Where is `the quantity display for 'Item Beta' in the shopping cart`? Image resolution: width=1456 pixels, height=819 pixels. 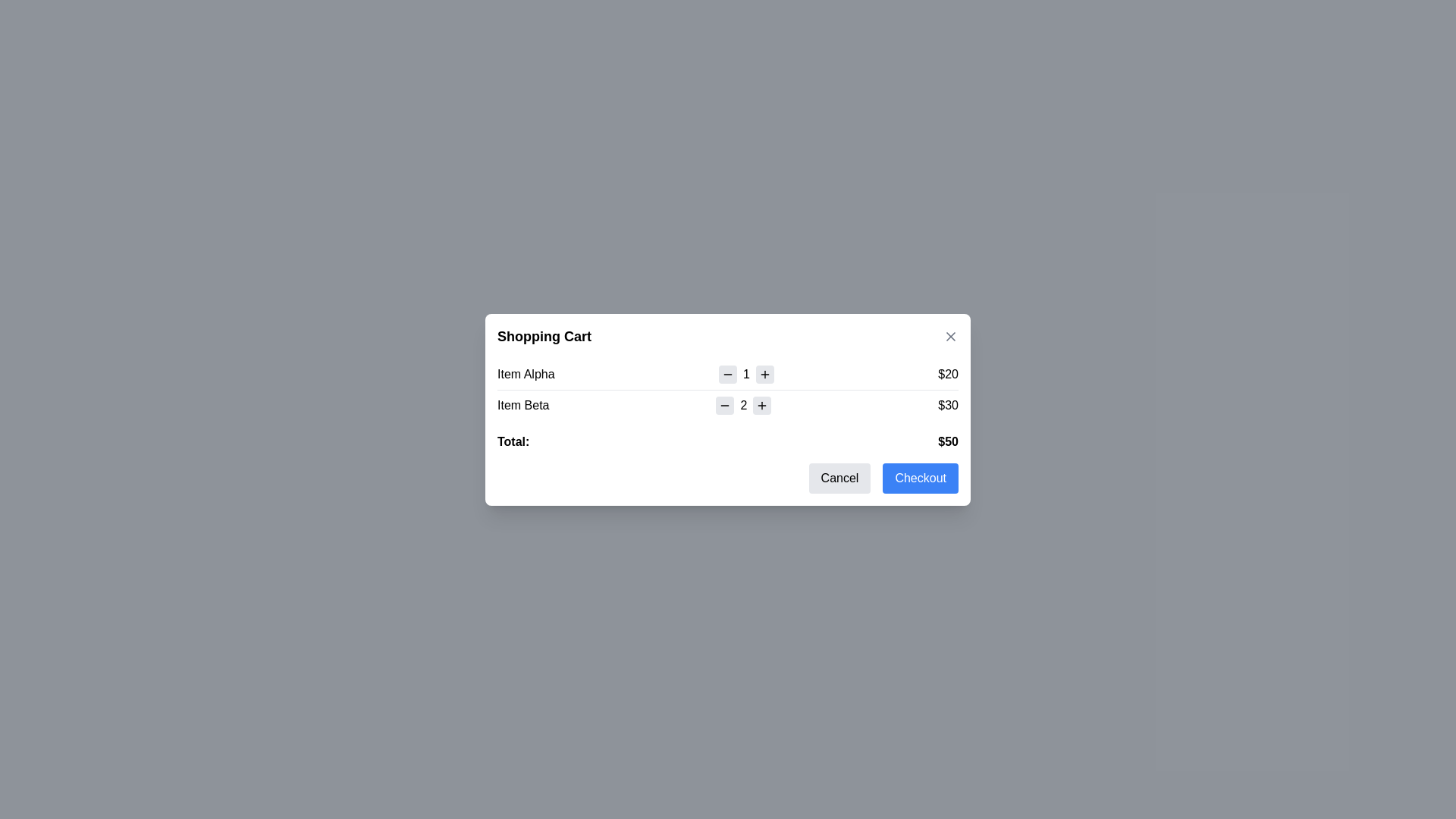
the quantity display for 'Item Beta' in the shopping cart is located at coordinates (743, 404).